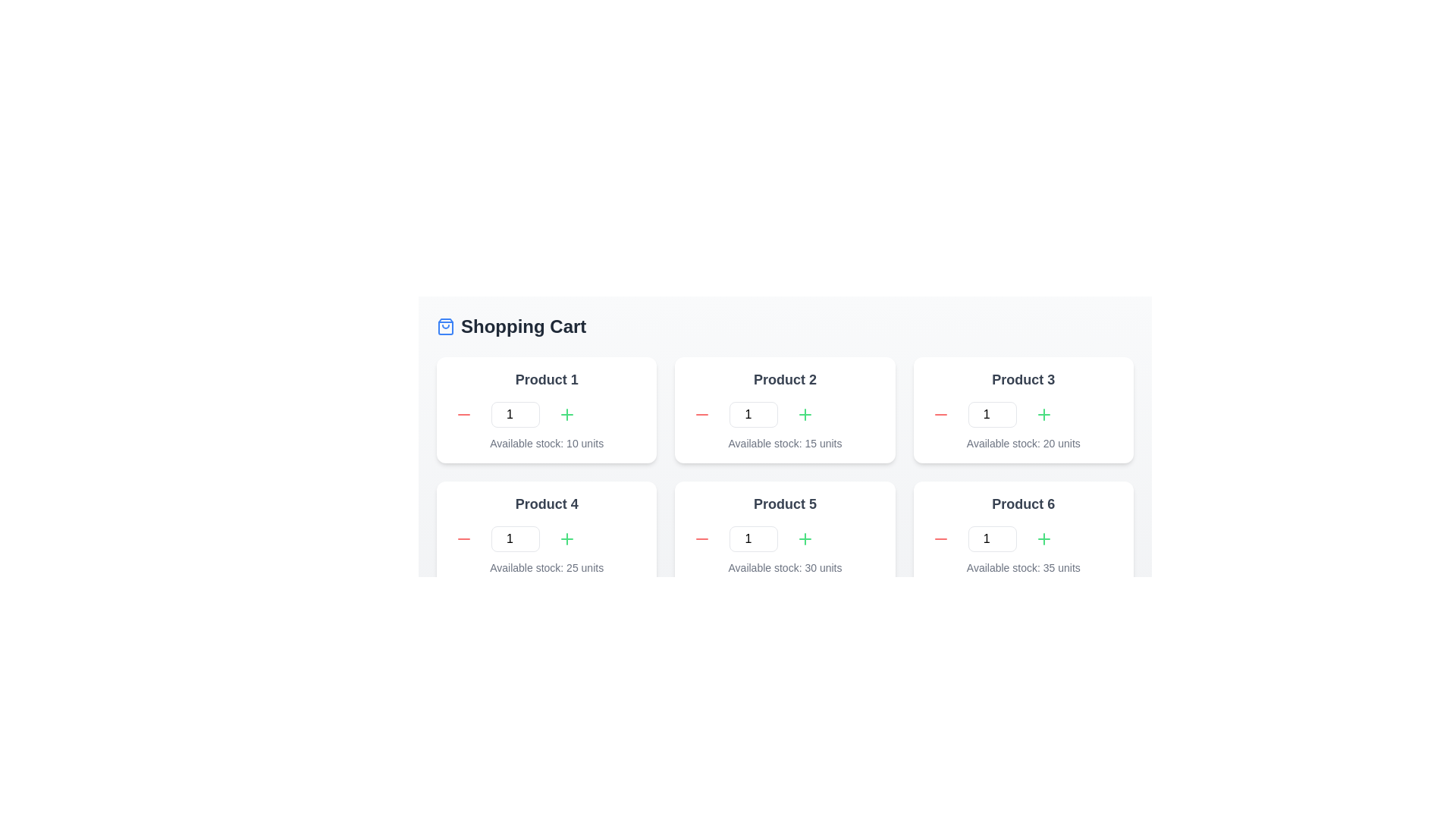 The height and width of the screenshot is (819, 1456). Describe the element at coordinates (1023, 444) in the screenshot. I see `the static text label that provides feedback about the available units for 'Product 3', located at the bottom of the product card in the shopping cart interface` at that location.